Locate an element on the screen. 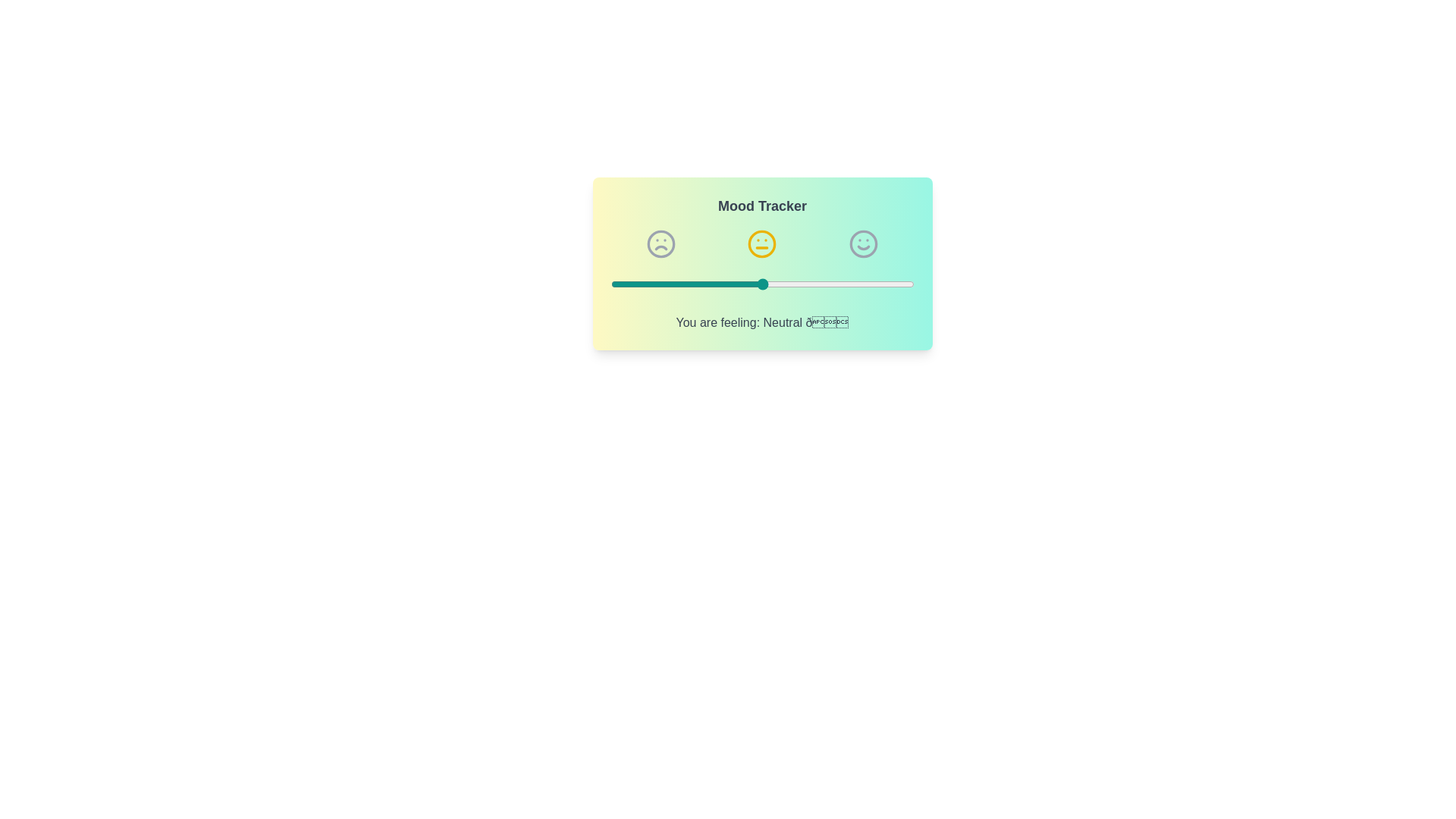  the mood icon corresponding to Neutral is located at coordinates (762, 243).